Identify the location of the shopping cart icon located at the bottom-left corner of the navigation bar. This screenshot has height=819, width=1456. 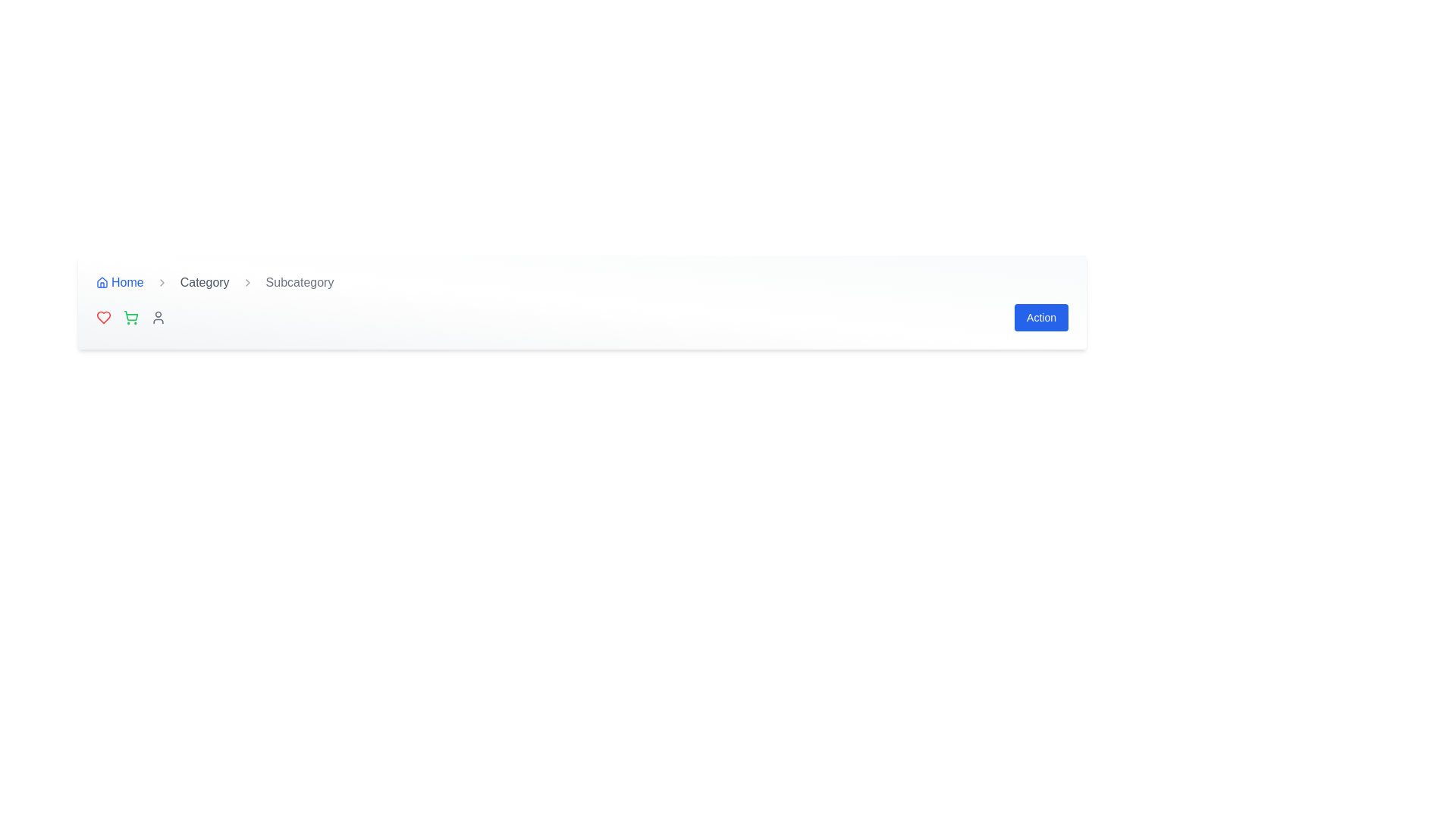
(130, 315).